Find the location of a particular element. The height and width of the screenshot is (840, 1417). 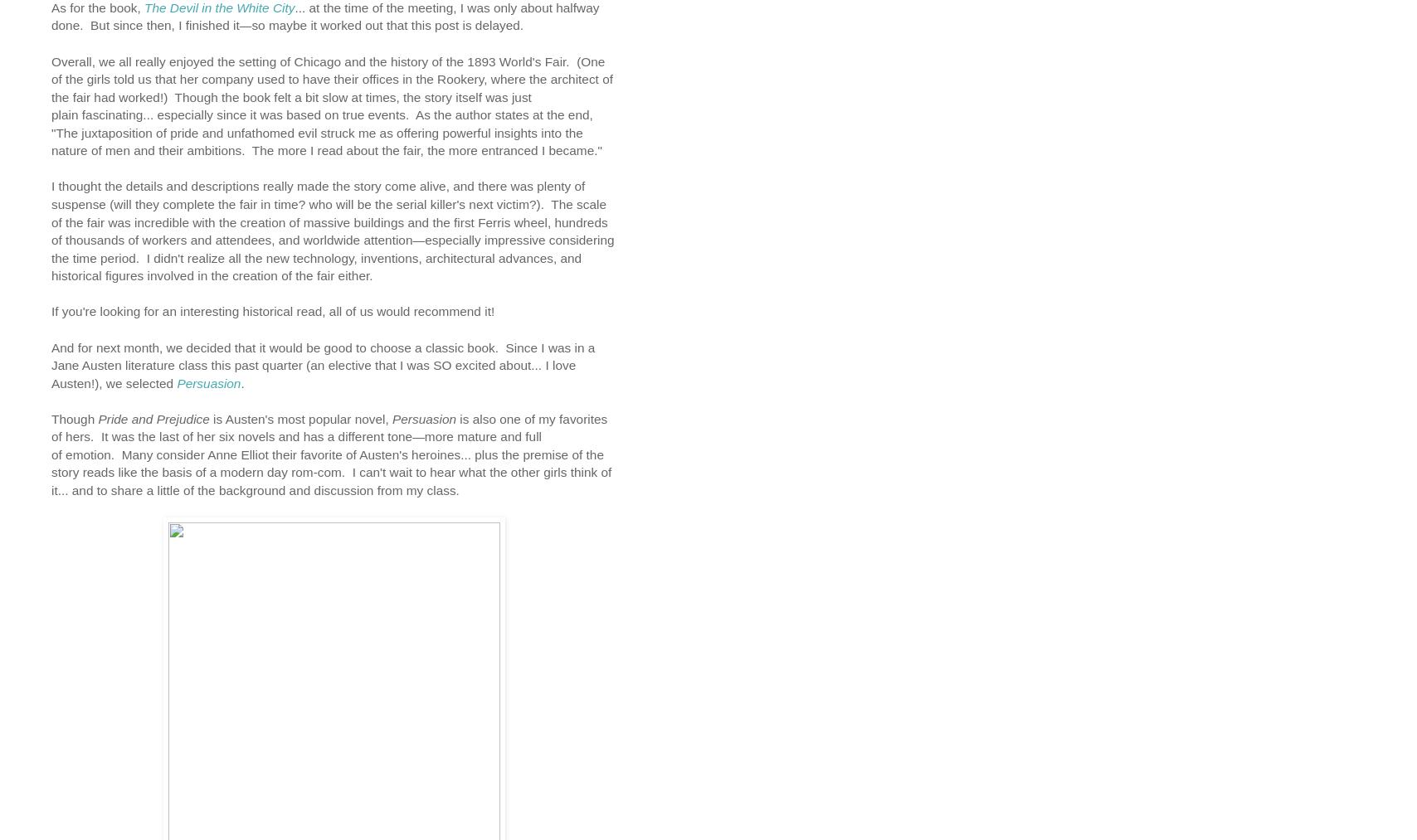

'As for the book,' is located at coordinates (51, 6).